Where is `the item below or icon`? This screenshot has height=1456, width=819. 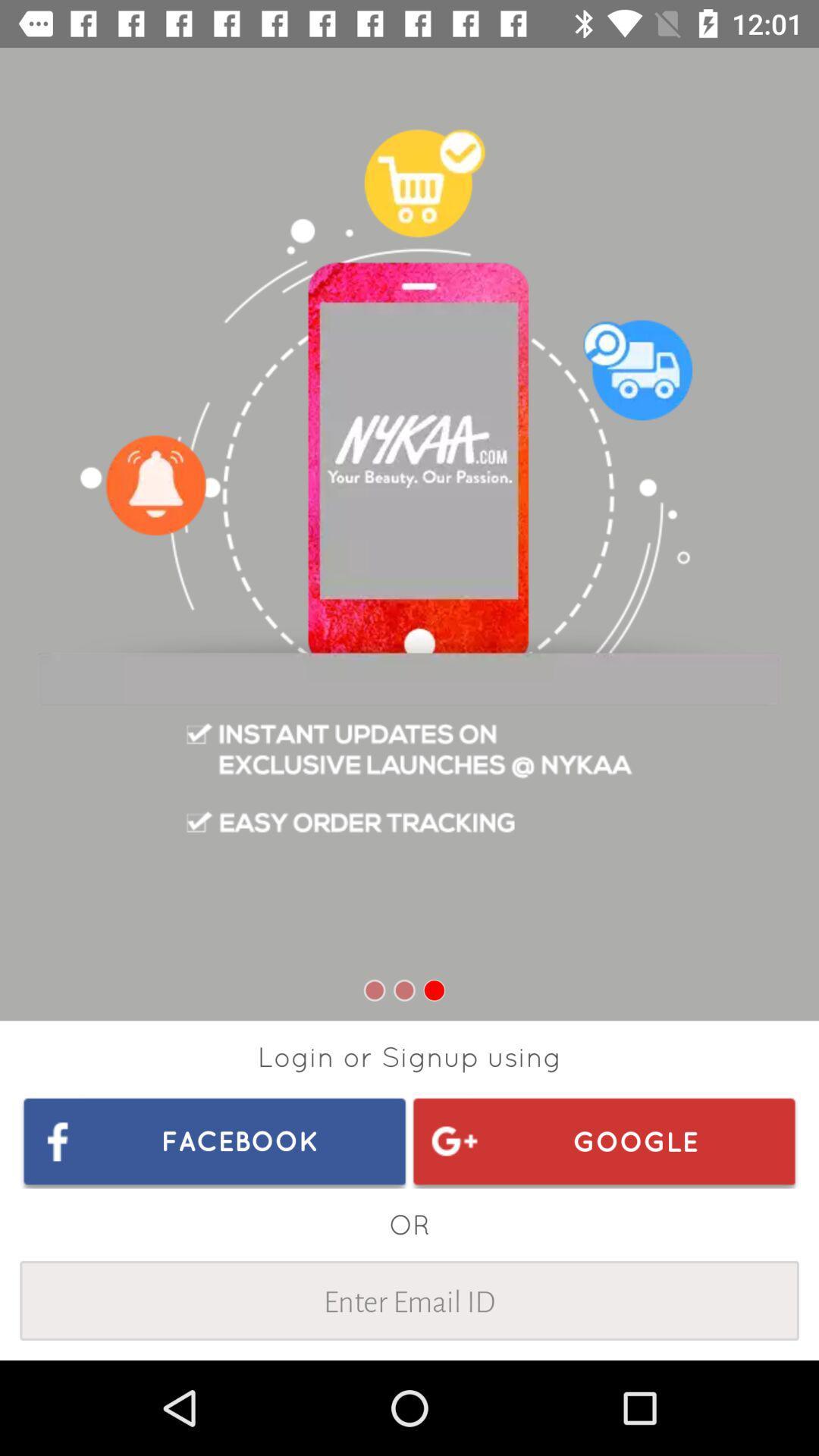 the item below or icon is located at coordinates (409, 1300).